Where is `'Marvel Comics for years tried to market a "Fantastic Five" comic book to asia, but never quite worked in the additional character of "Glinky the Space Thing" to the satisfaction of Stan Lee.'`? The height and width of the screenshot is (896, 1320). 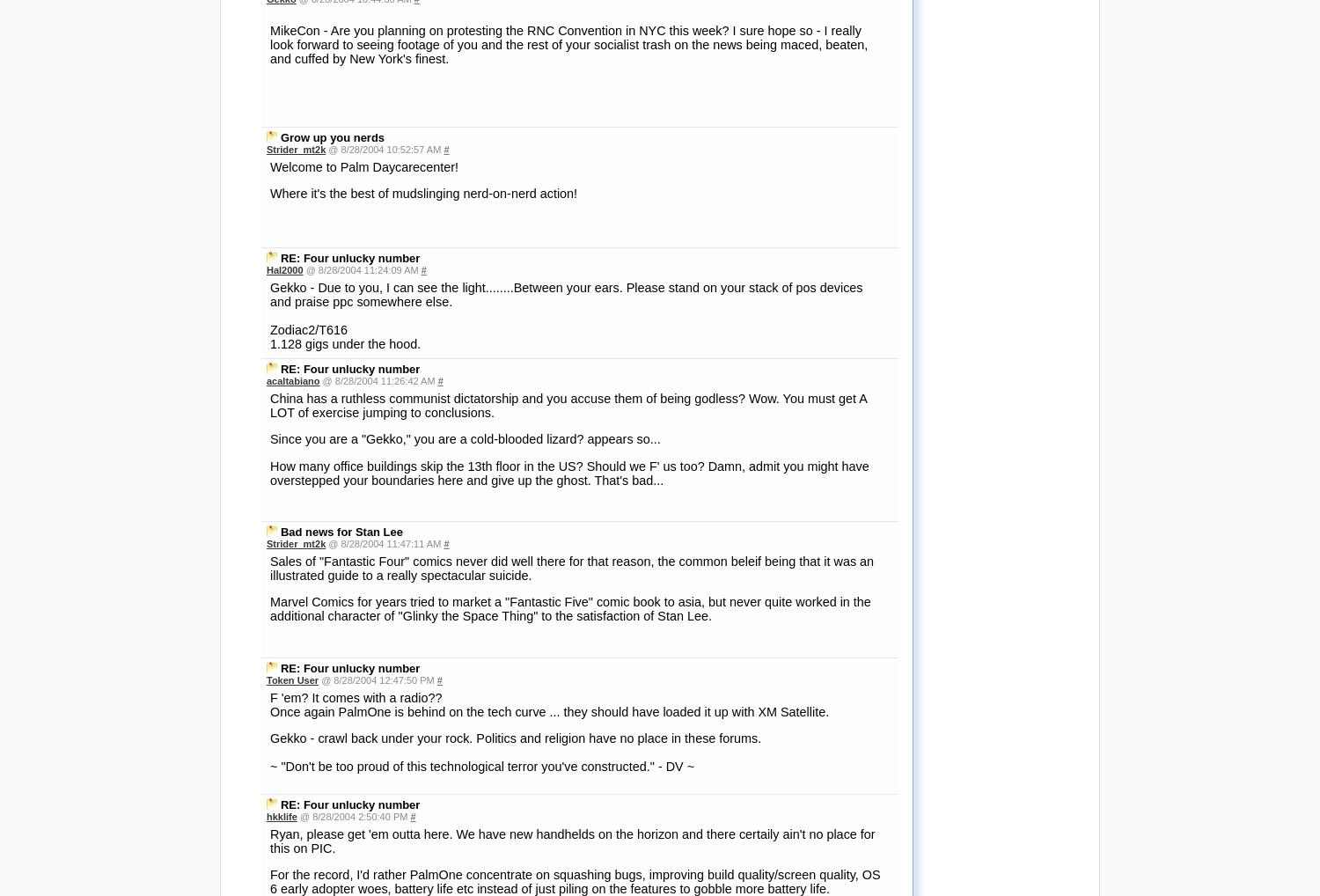 'Marvel Comics for years tried to market a "Fantastic Five" comic book to asia, but never quite worked in the additional character of "Glinky the Space Thing" to the satisfaction of Stan Lee.' is located at coordinates (570, 609).